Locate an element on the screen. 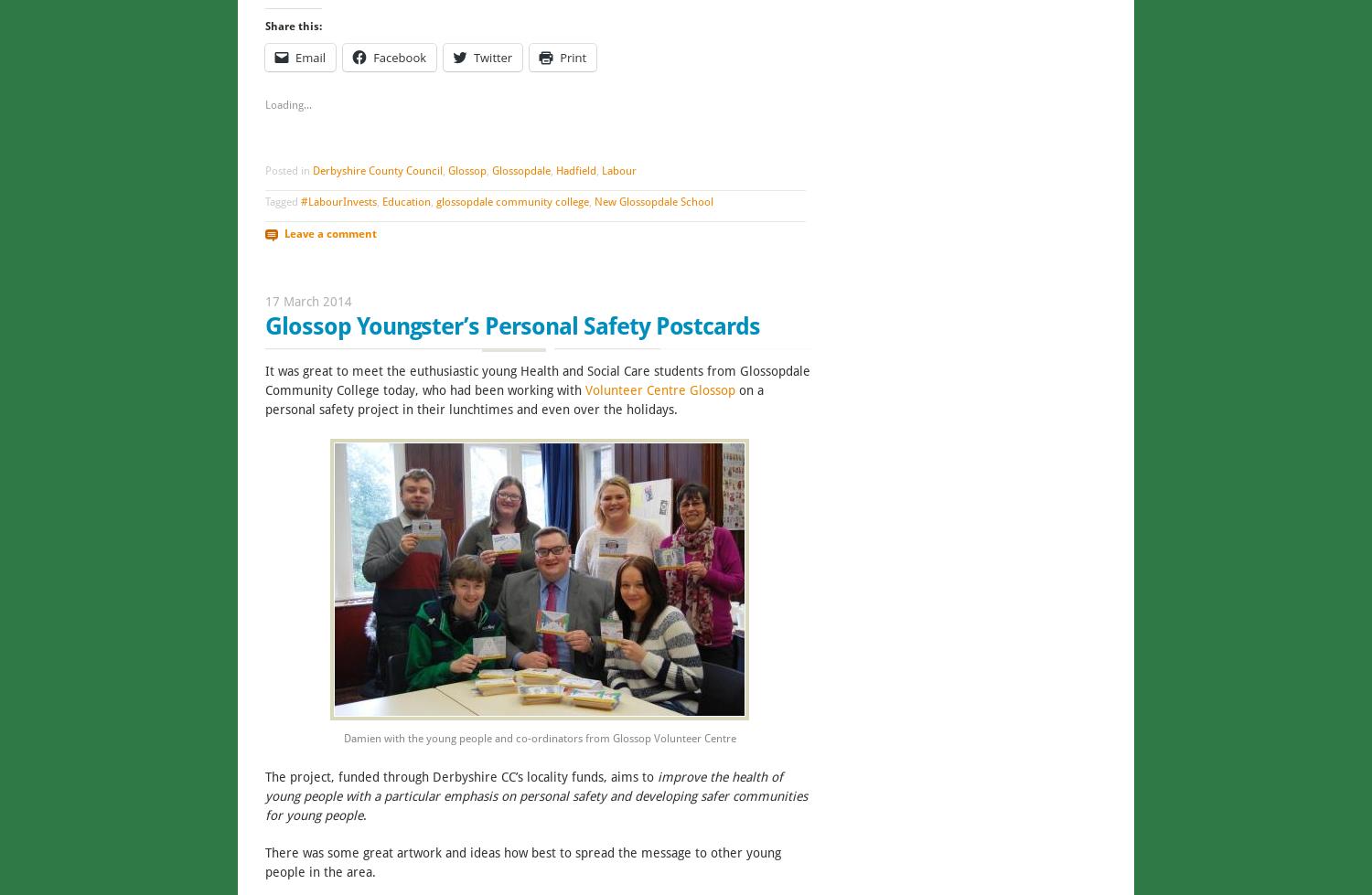 This screenshot has width=1372, height=895. 'Hadfield' is located at coordinates (576, 170).